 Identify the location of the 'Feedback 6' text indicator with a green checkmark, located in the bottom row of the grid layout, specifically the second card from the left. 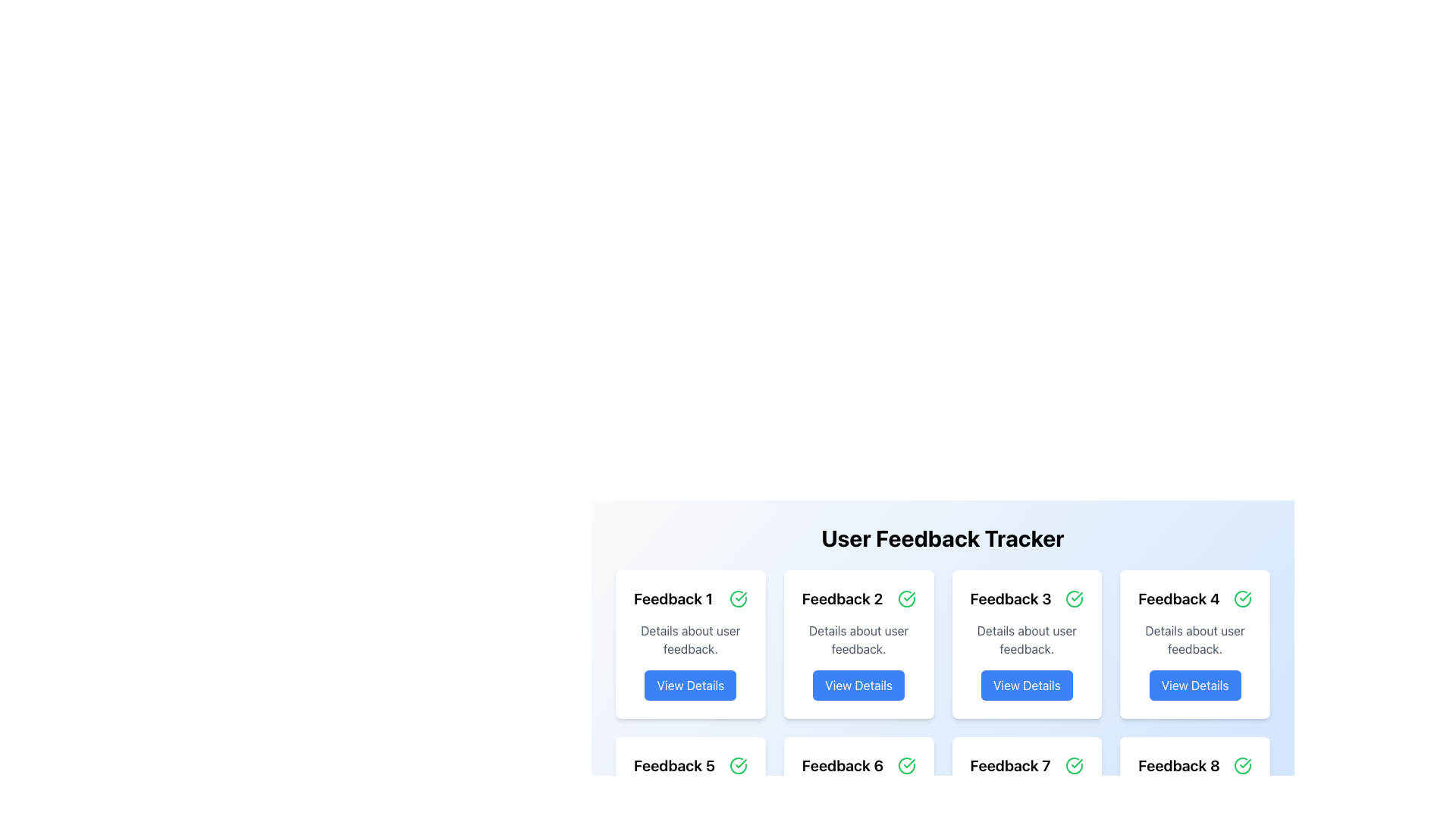
(858, 766).